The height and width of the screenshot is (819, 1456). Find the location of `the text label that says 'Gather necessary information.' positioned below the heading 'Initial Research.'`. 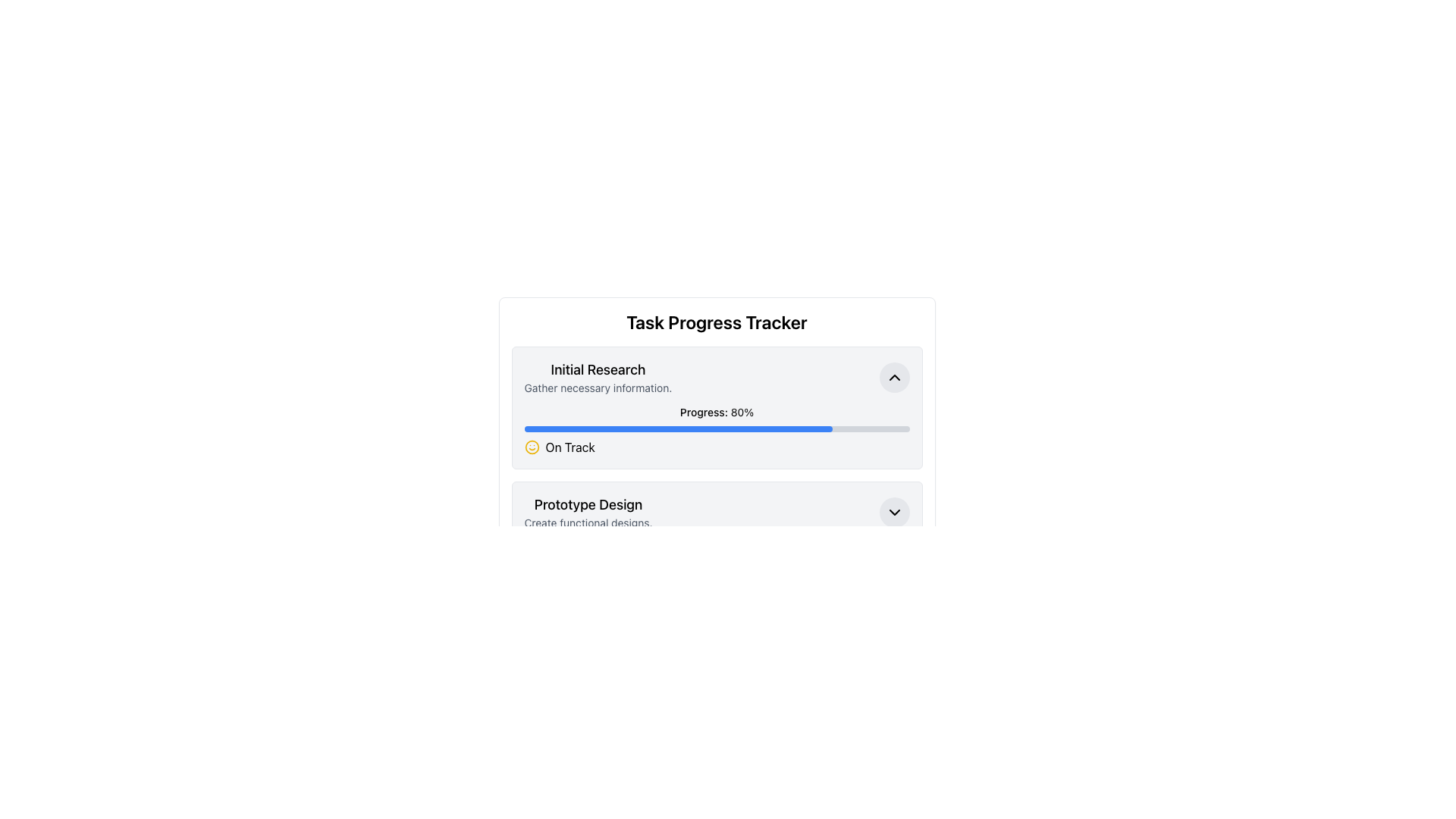

the text label that says 'Gather necessary information.' positioned below the heading 'Initial Research.' is located at coordinates (597, 388).